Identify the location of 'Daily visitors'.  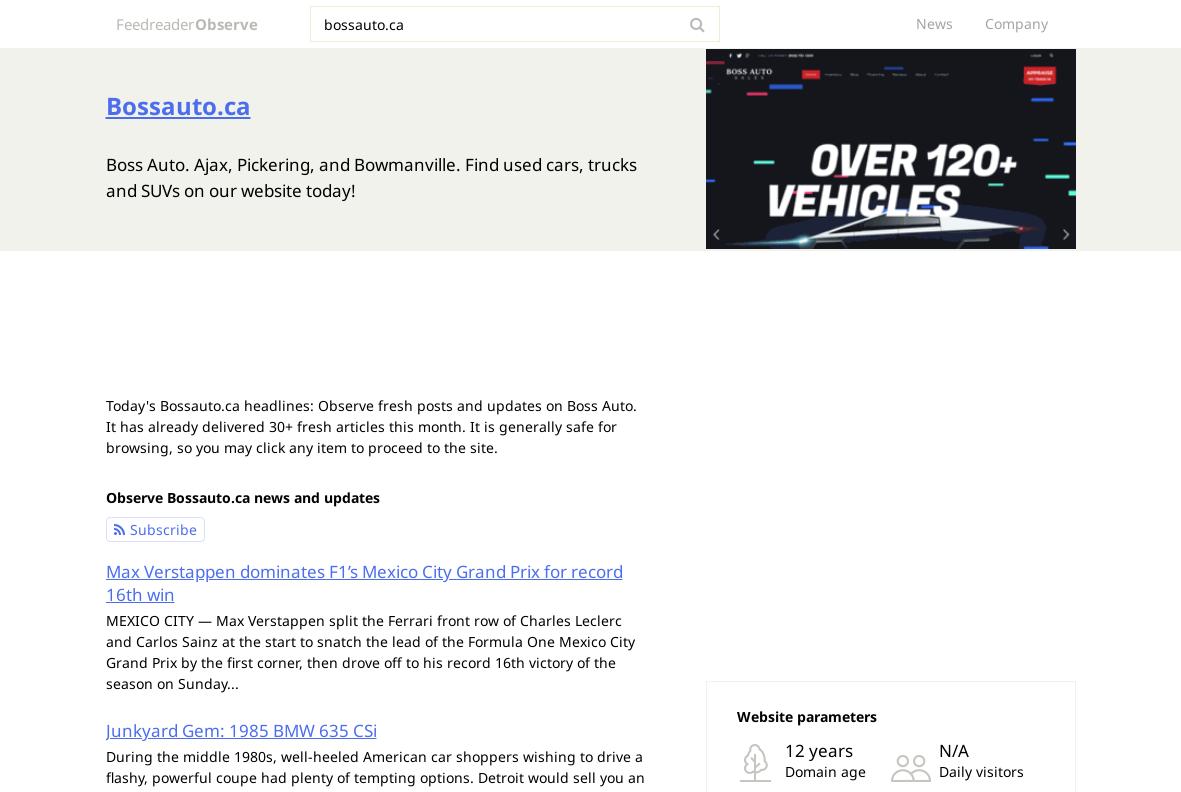
(979, 771).